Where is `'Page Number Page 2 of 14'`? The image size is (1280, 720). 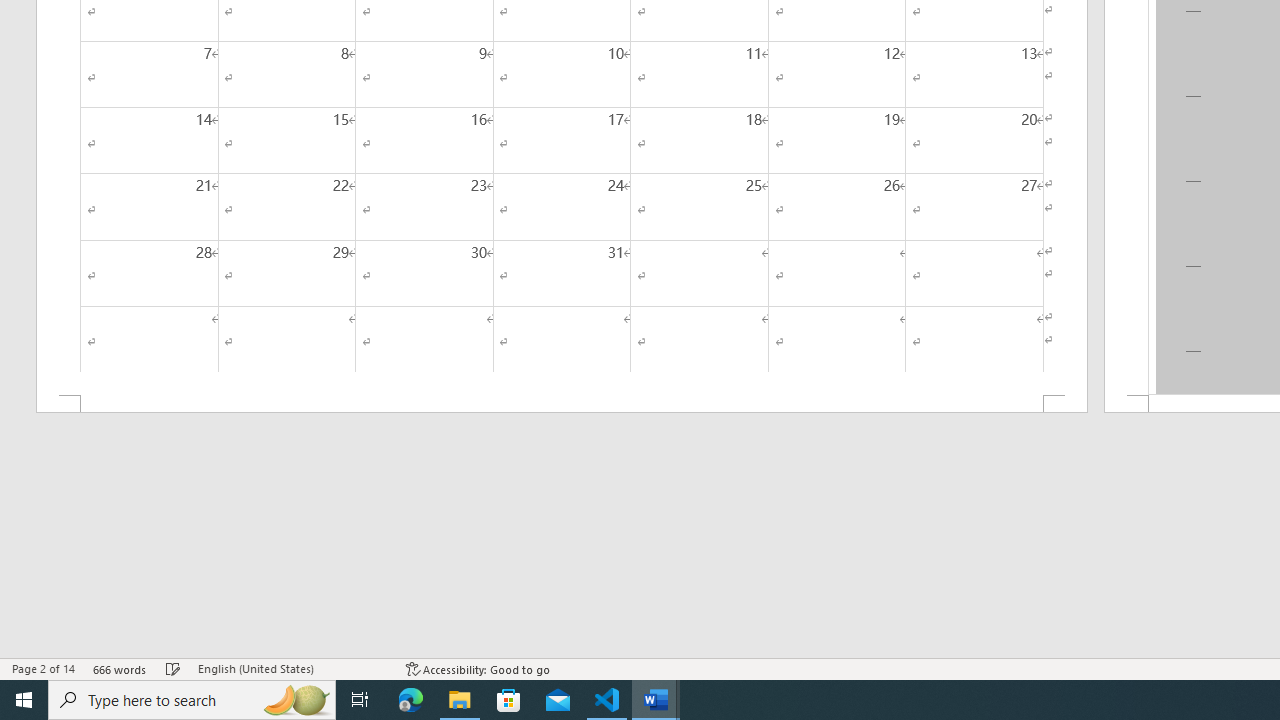 'Page Number Page 2 of 14' is located at coordinates (43, 669).